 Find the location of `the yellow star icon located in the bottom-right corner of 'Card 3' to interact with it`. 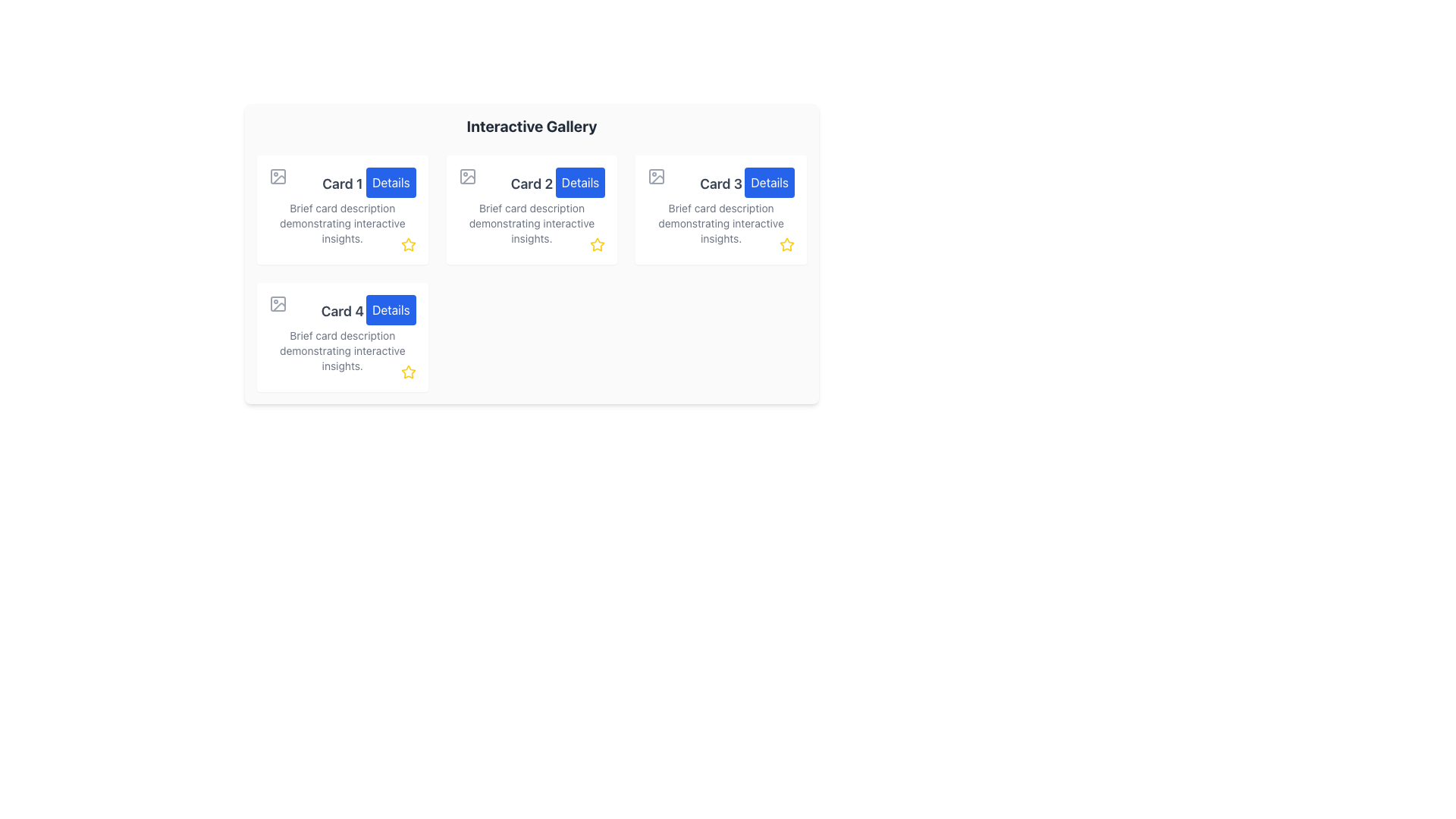

the yellow star icon located in the bottom-right corner of 'Card 3' to interact with it is located at coordinates (786, 244).